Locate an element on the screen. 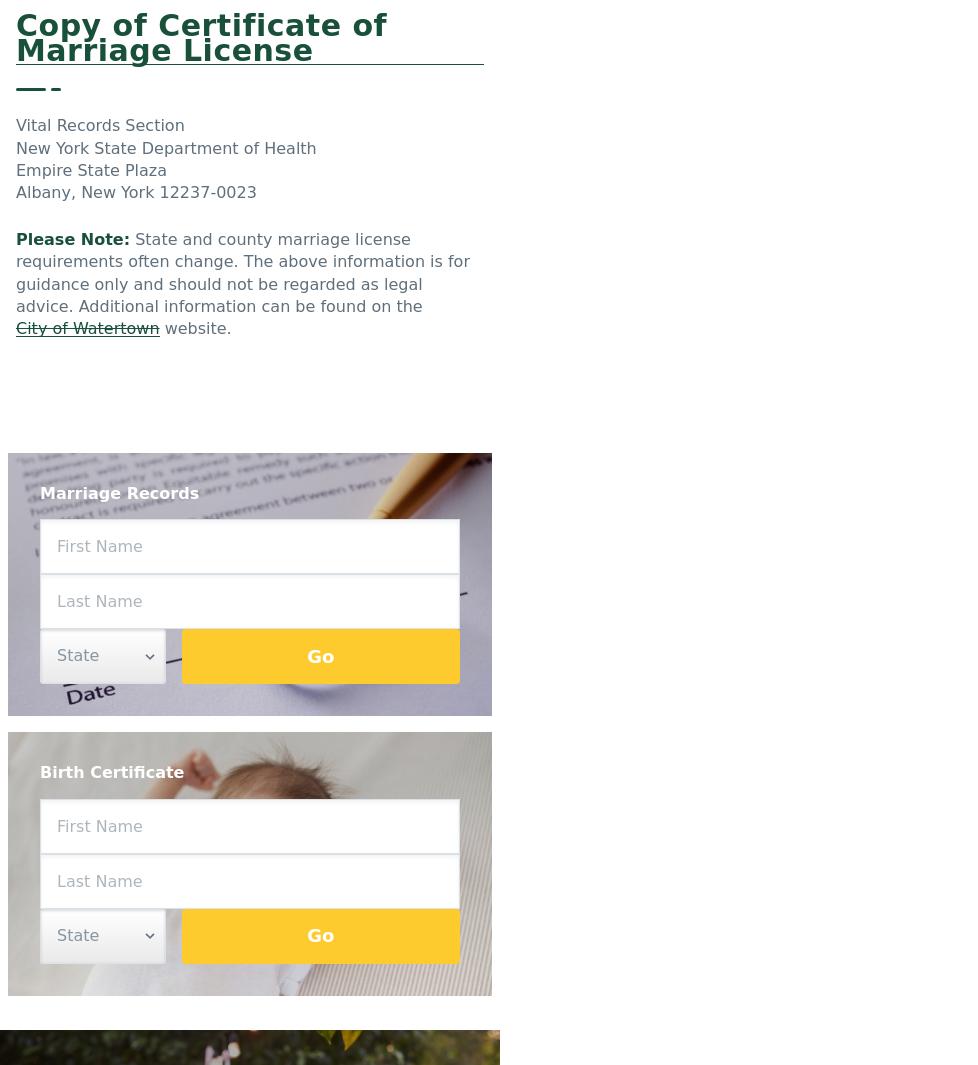 The width and height of the screenshot is (978, 1065). 'Empire State Plaza' is located at coordinates (91, 169).